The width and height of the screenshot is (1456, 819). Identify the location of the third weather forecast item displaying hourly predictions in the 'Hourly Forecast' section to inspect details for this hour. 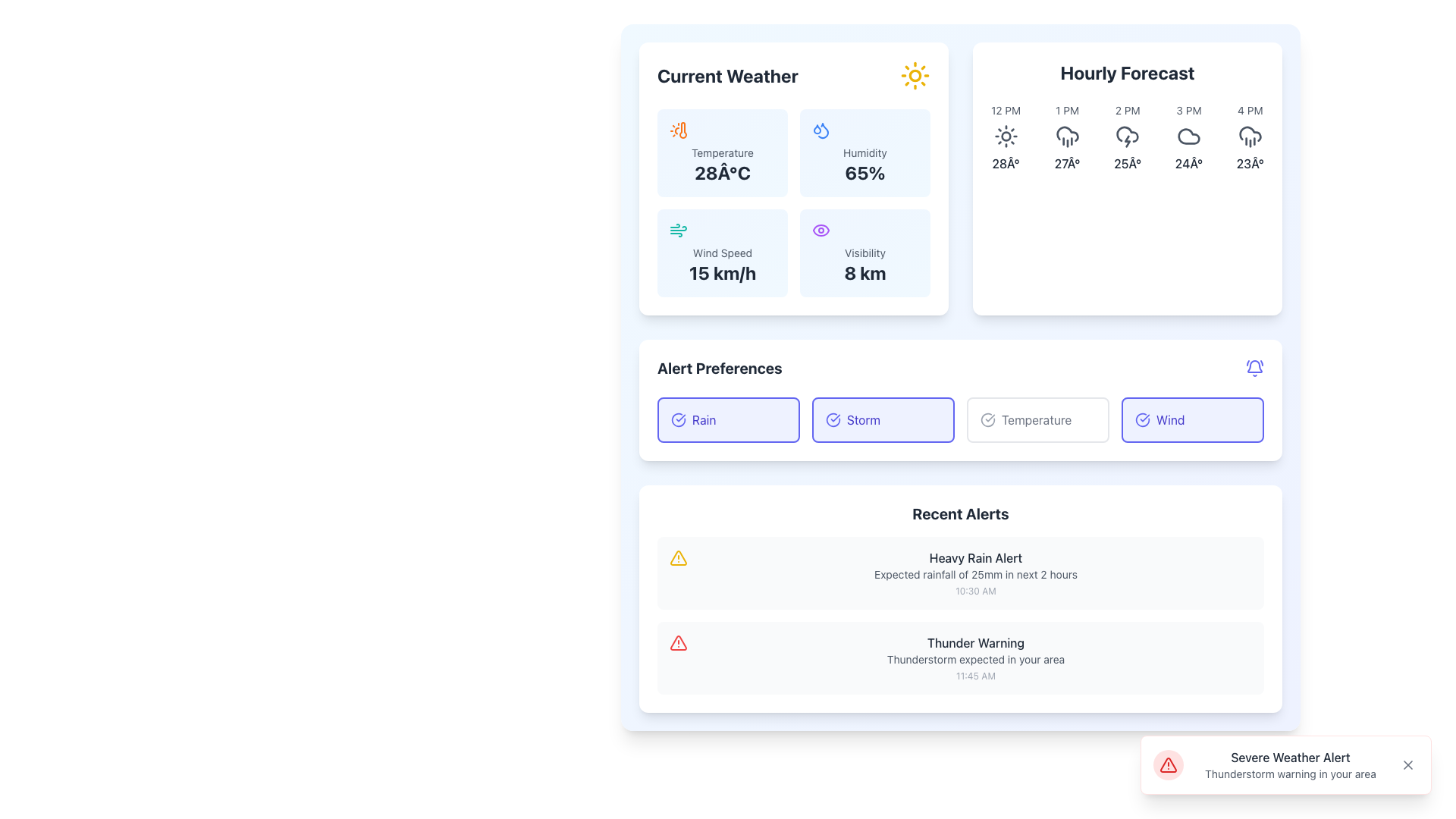
(1128, 137).